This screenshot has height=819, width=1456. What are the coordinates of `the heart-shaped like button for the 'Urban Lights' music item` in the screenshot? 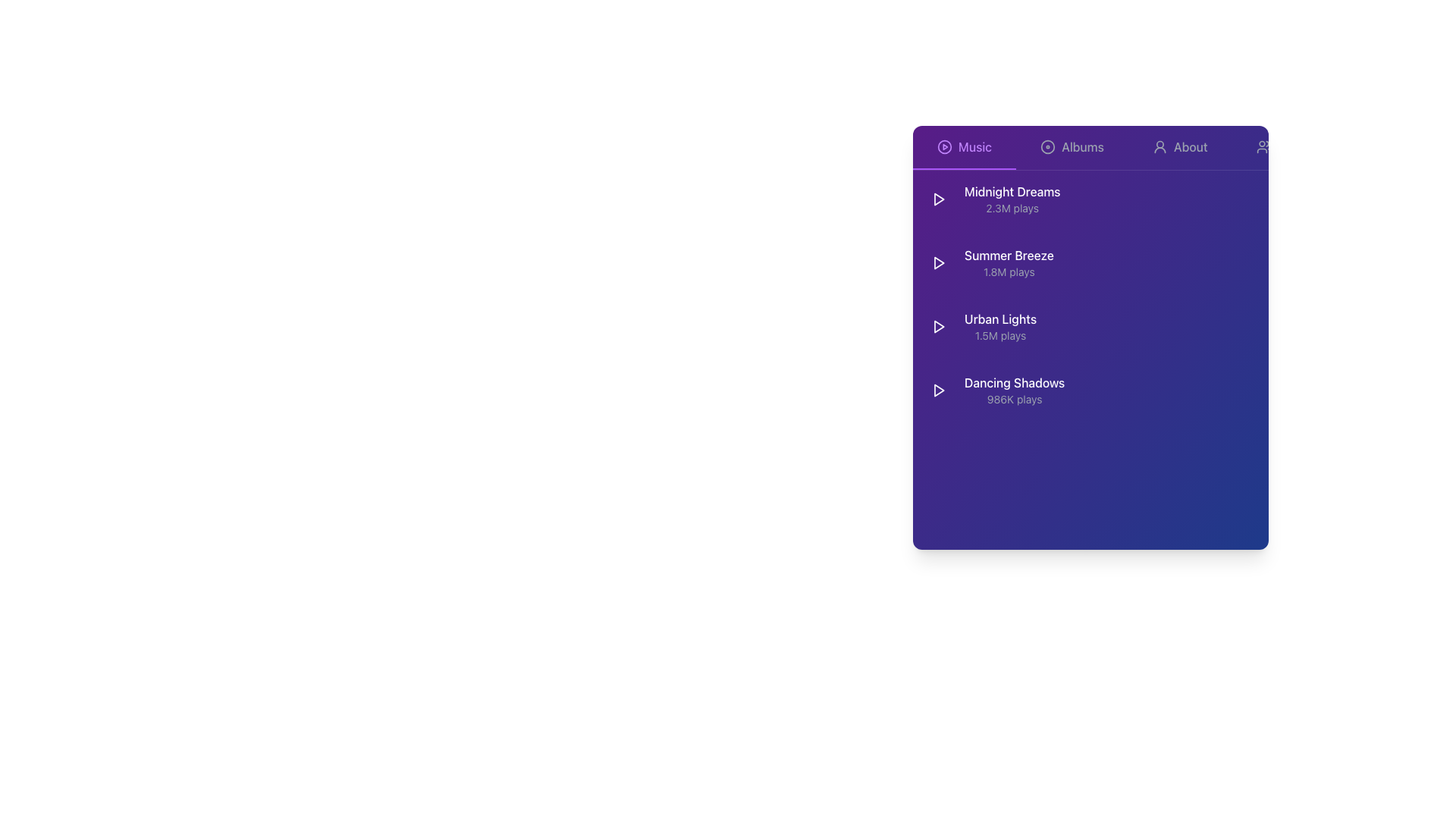 It's located at (1200, 326).